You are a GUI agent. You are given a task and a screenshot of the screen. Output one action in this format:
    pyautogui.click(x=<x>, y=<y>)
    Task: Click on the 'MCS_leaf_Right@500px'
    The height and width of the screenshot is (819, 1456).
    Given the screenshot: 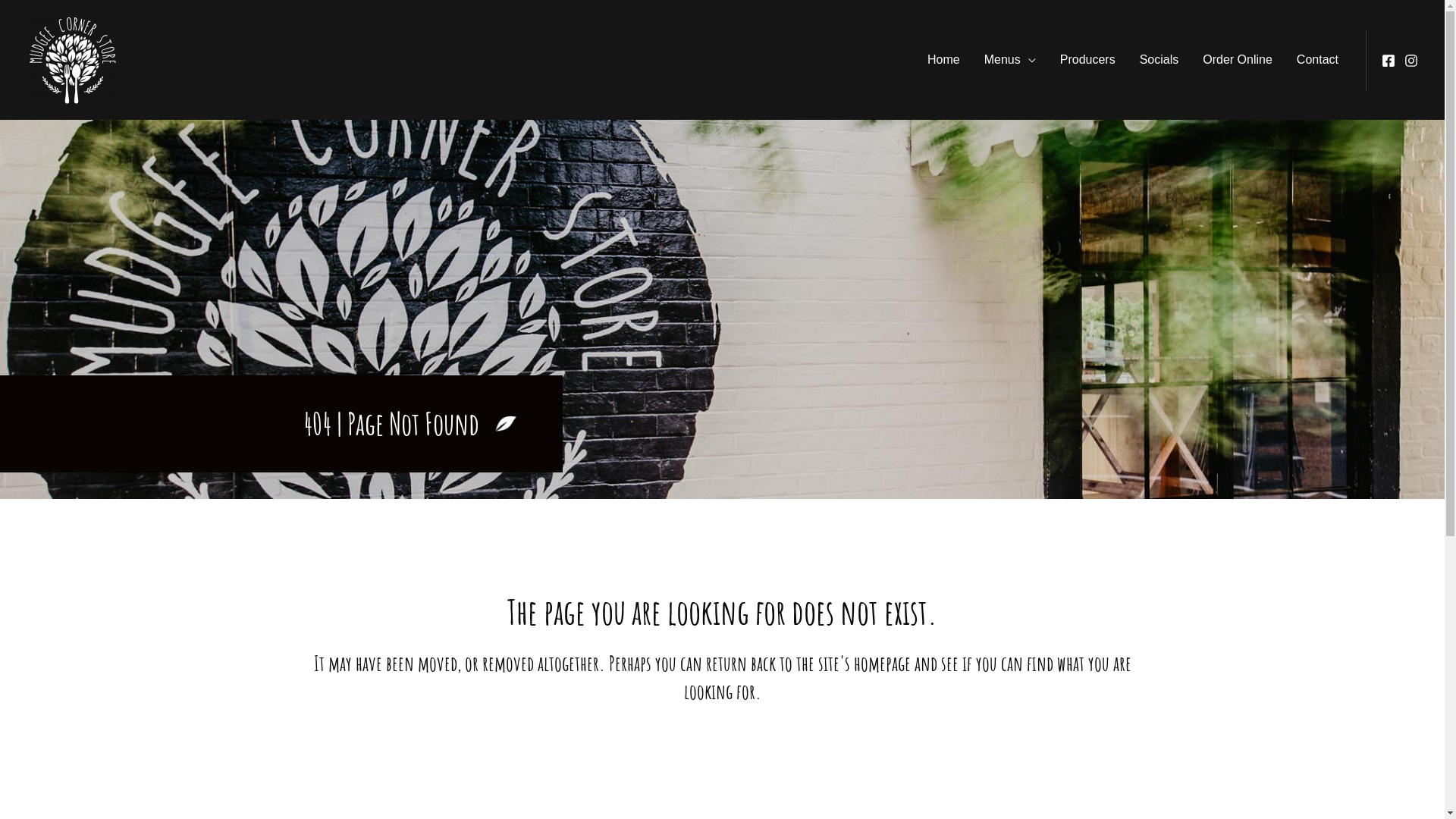 What is the action you would take?
    pyautogui.click(x=494, y=424)
    